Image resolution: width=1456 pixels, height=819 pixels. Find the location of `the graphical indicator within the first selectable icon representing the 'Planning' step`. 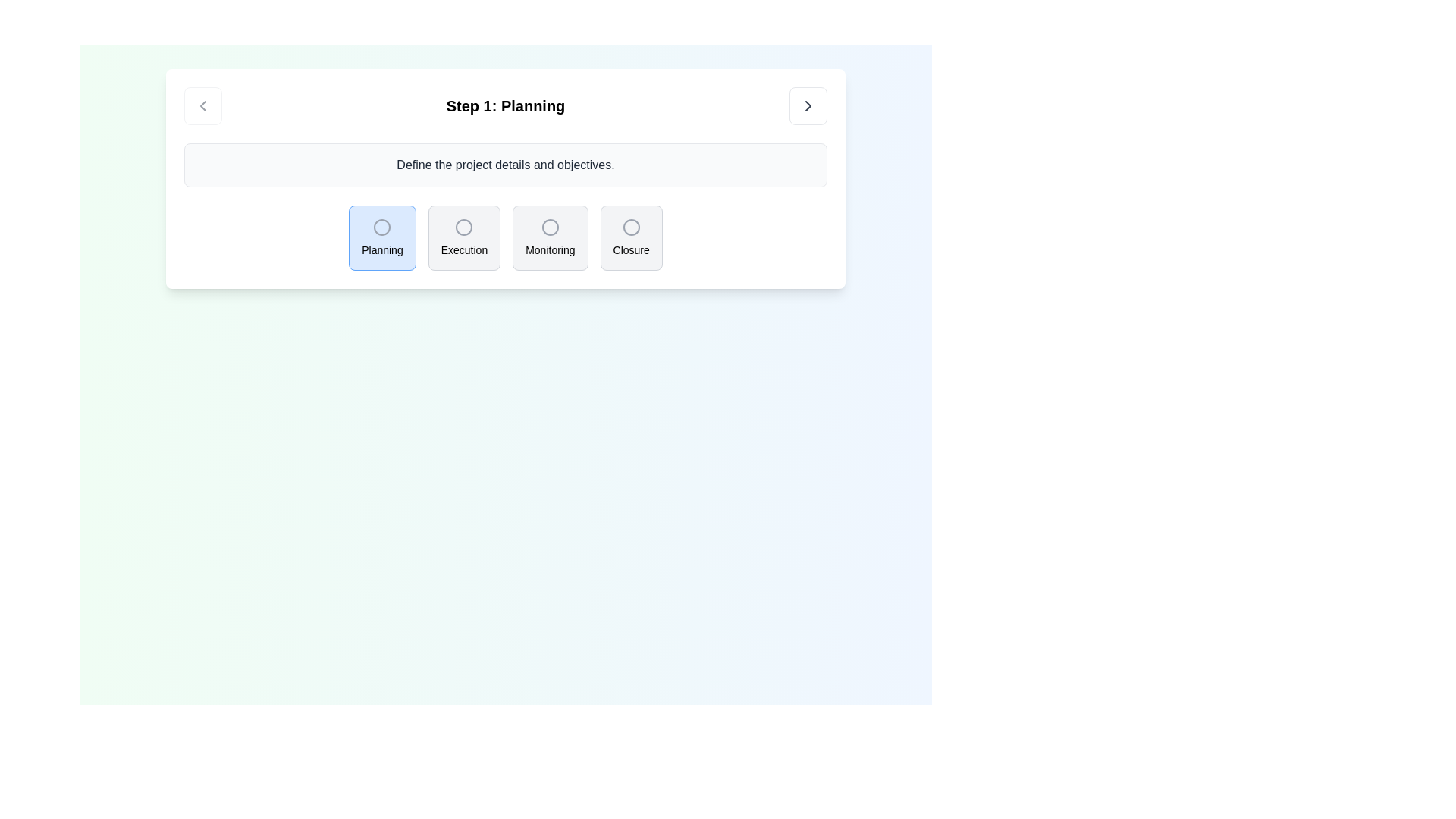

the graphical indicator within the first selectable icon representing the 'Planning' step is located at coordinates (382, 227).